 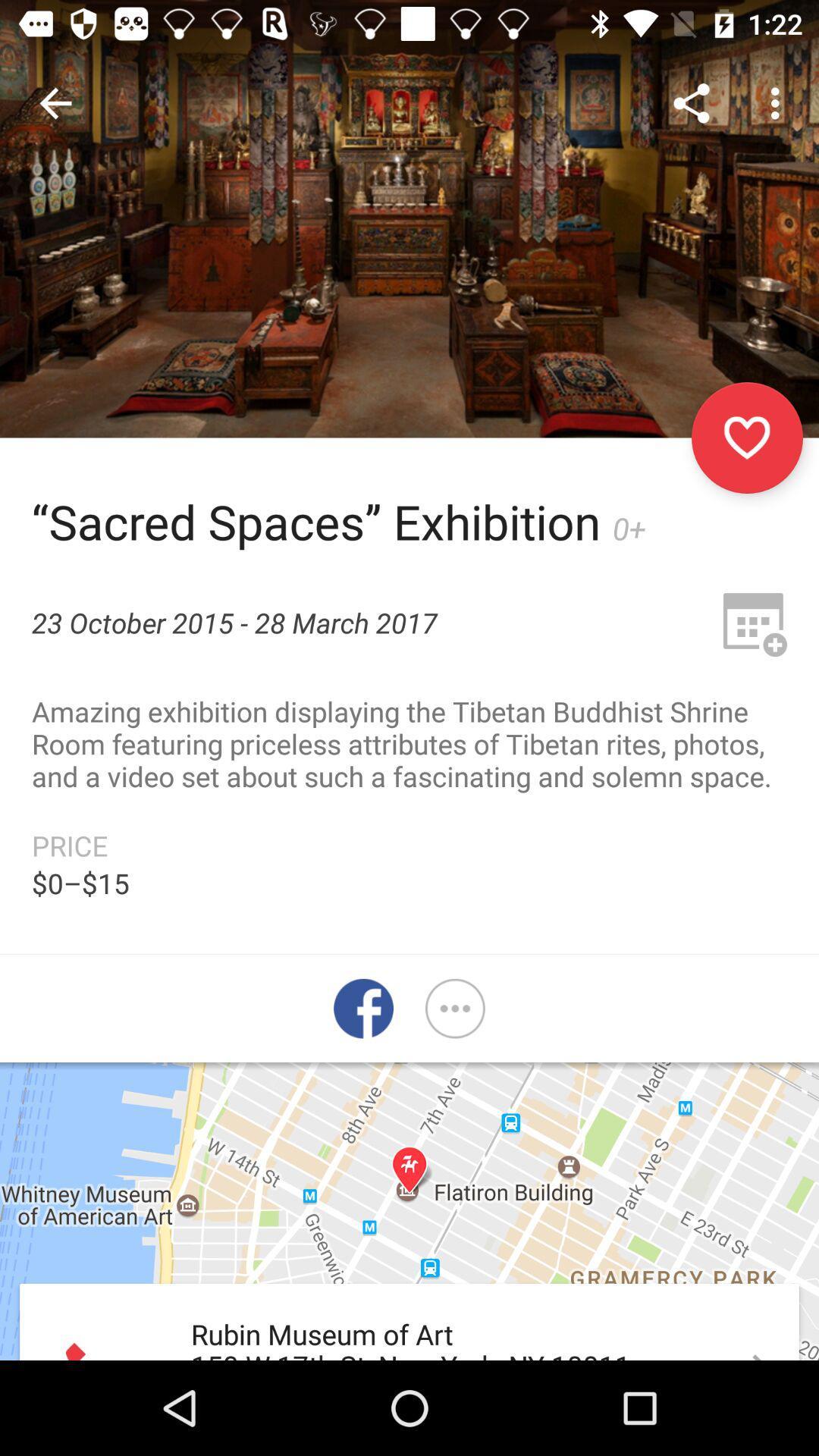 What do you see at coordinates (746, 437) in the screenshot?
I see `the favorite icon` at bounding box center [746, 437].